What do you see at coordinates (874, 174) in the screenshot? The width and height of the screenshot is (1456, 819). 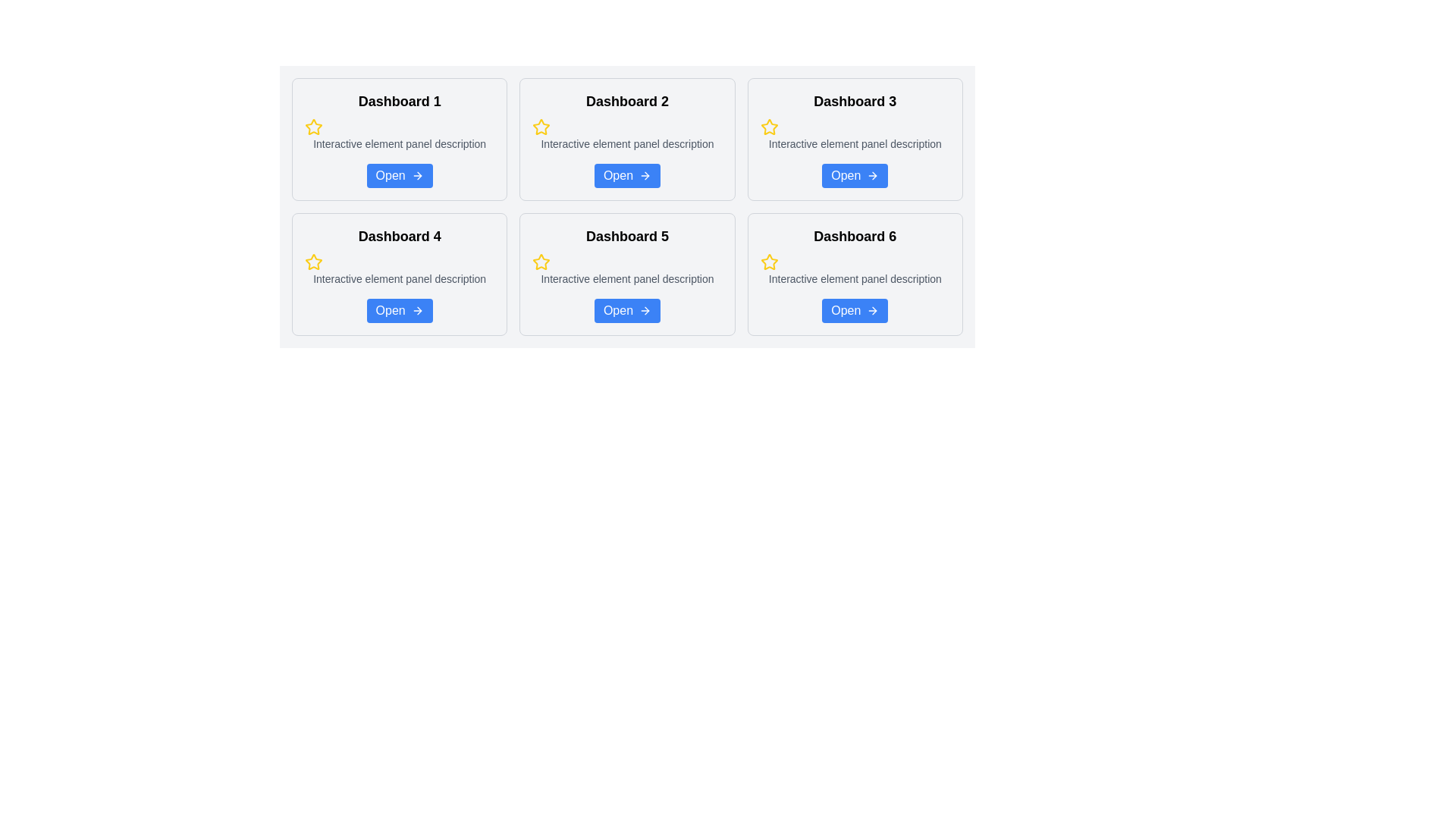 I see `the right-pointing arrow icon within the 'Open' button located in the 'Dashboard 3' card` at bounding box center [874, 174].